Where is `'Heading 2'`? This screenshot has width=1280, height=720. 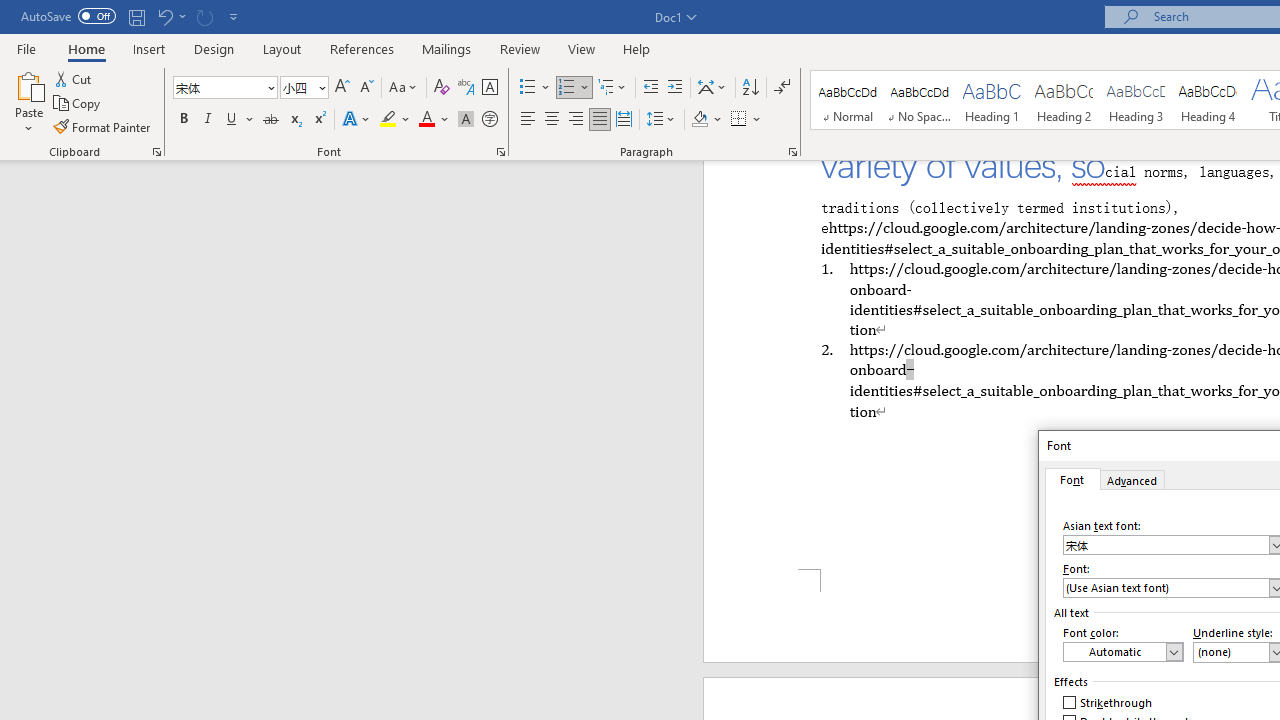
'Heading 2' is located at coordinates (1062, 100).